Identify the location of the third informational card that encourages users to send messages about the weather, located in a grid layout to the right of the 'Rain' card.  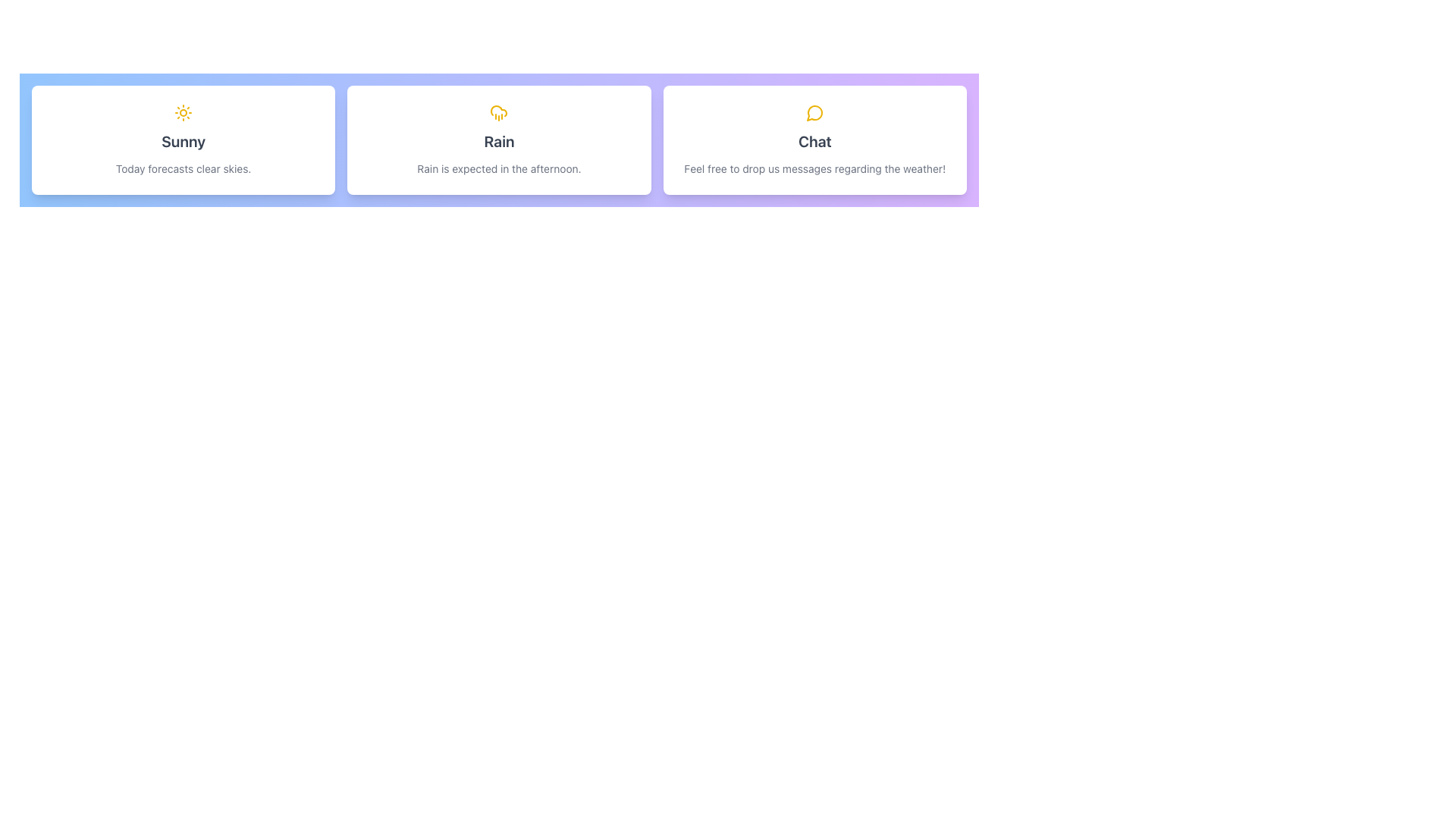
(814, 140).